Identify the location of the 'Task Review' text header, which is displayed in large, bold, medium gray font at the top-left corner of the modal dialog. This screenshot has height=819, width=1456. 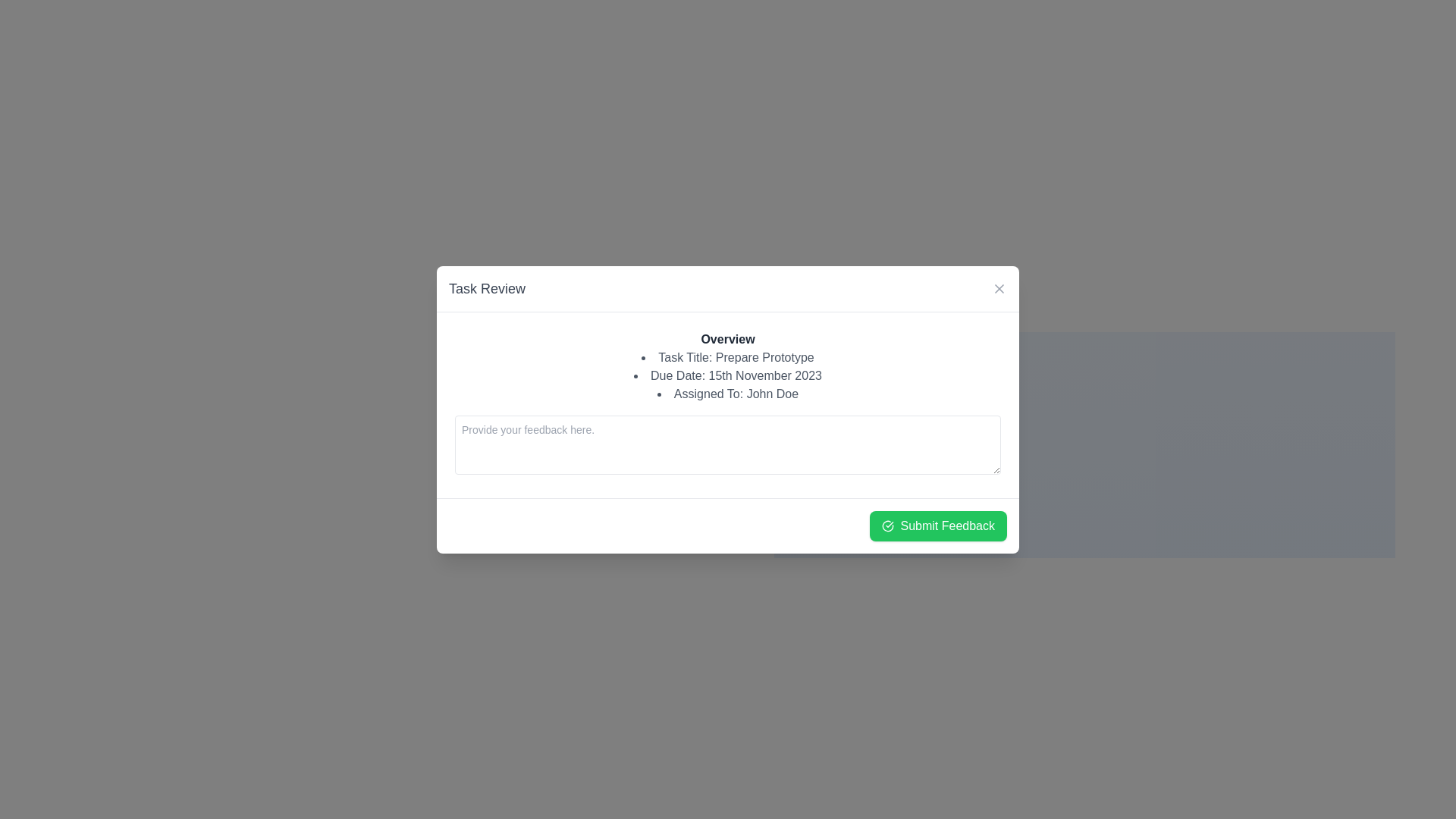
(487, 288).